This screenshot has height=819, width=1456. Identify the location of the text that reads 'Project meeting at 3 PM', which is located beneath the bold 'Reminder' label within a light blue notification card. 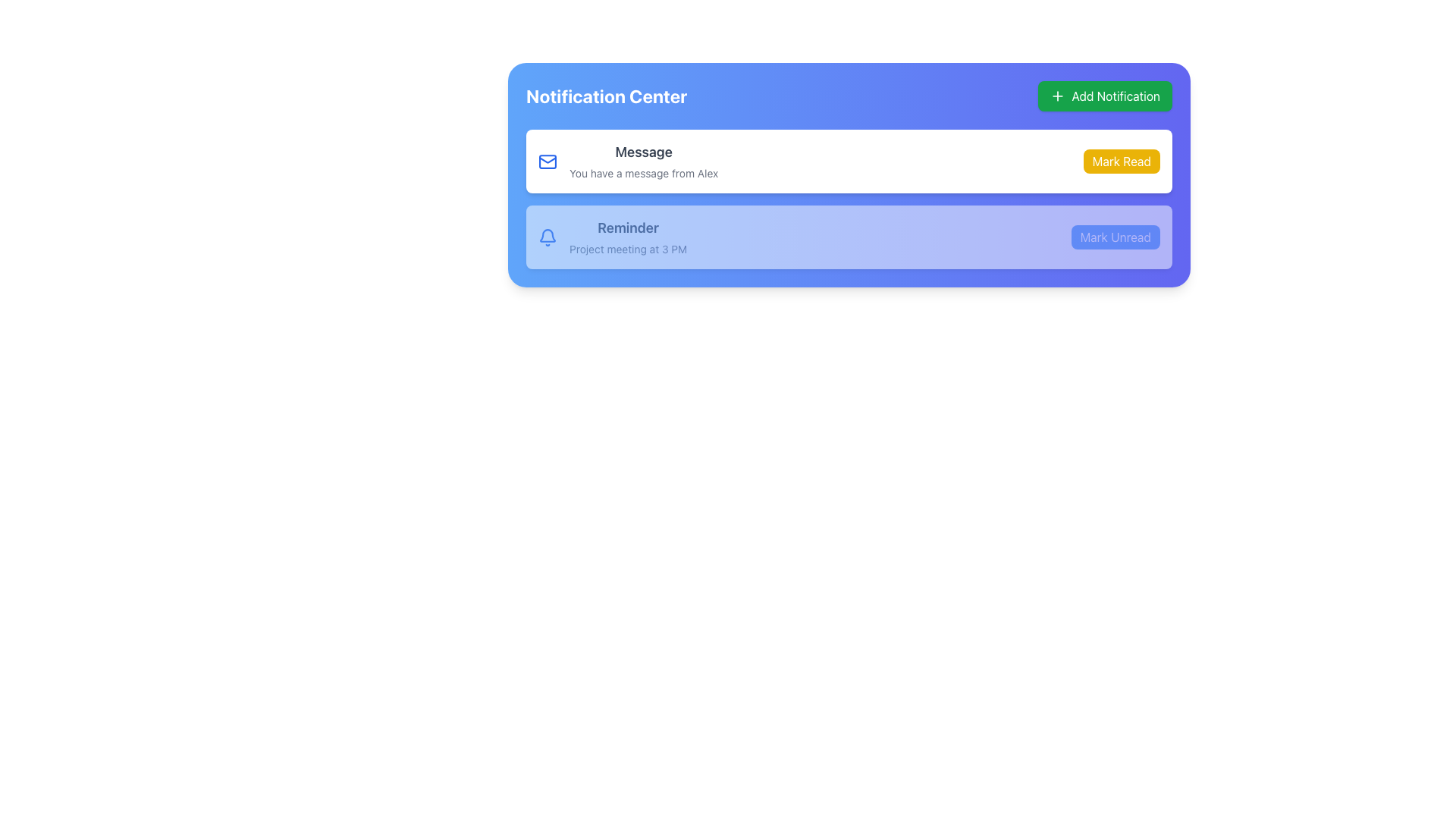
(628, 248).